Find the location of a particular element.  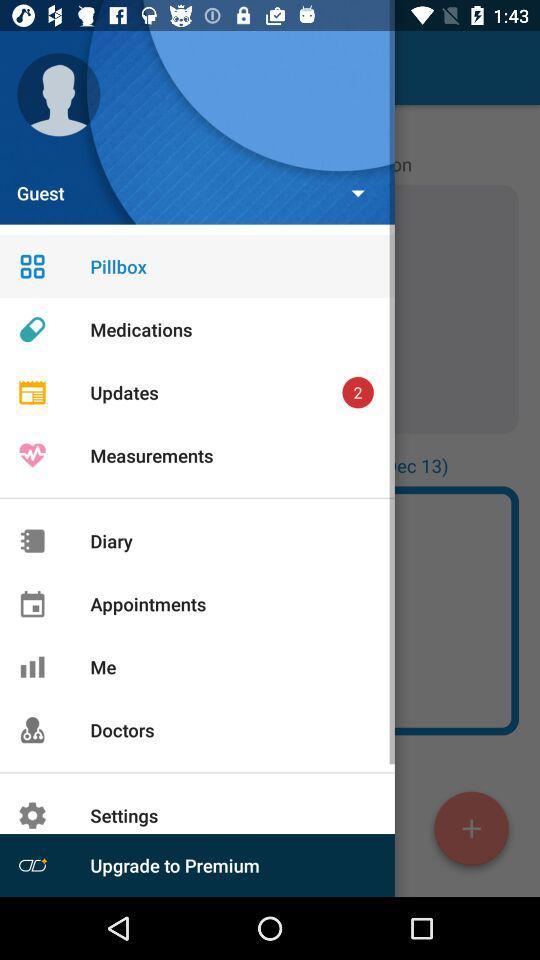

the add icon is located at coordinates (471, 832).